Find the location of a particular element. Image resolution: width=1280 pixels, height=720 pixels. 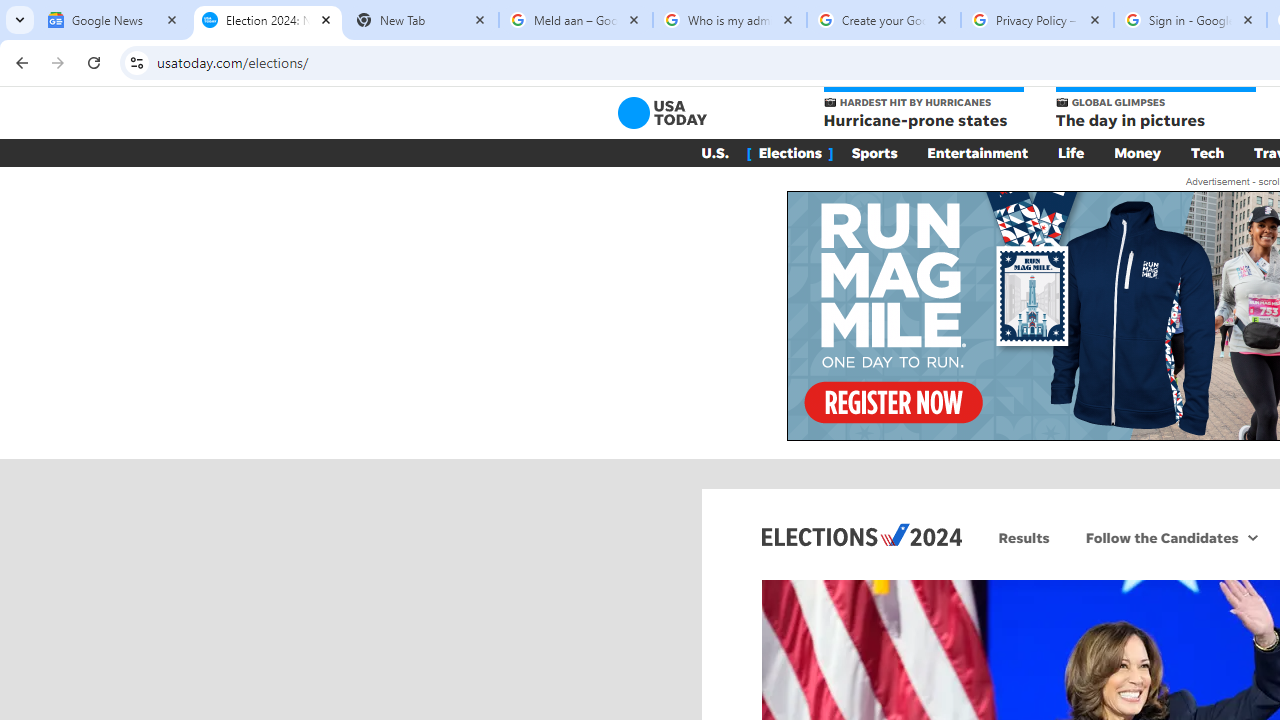

'Sports' is located at coordinates (874, 152).